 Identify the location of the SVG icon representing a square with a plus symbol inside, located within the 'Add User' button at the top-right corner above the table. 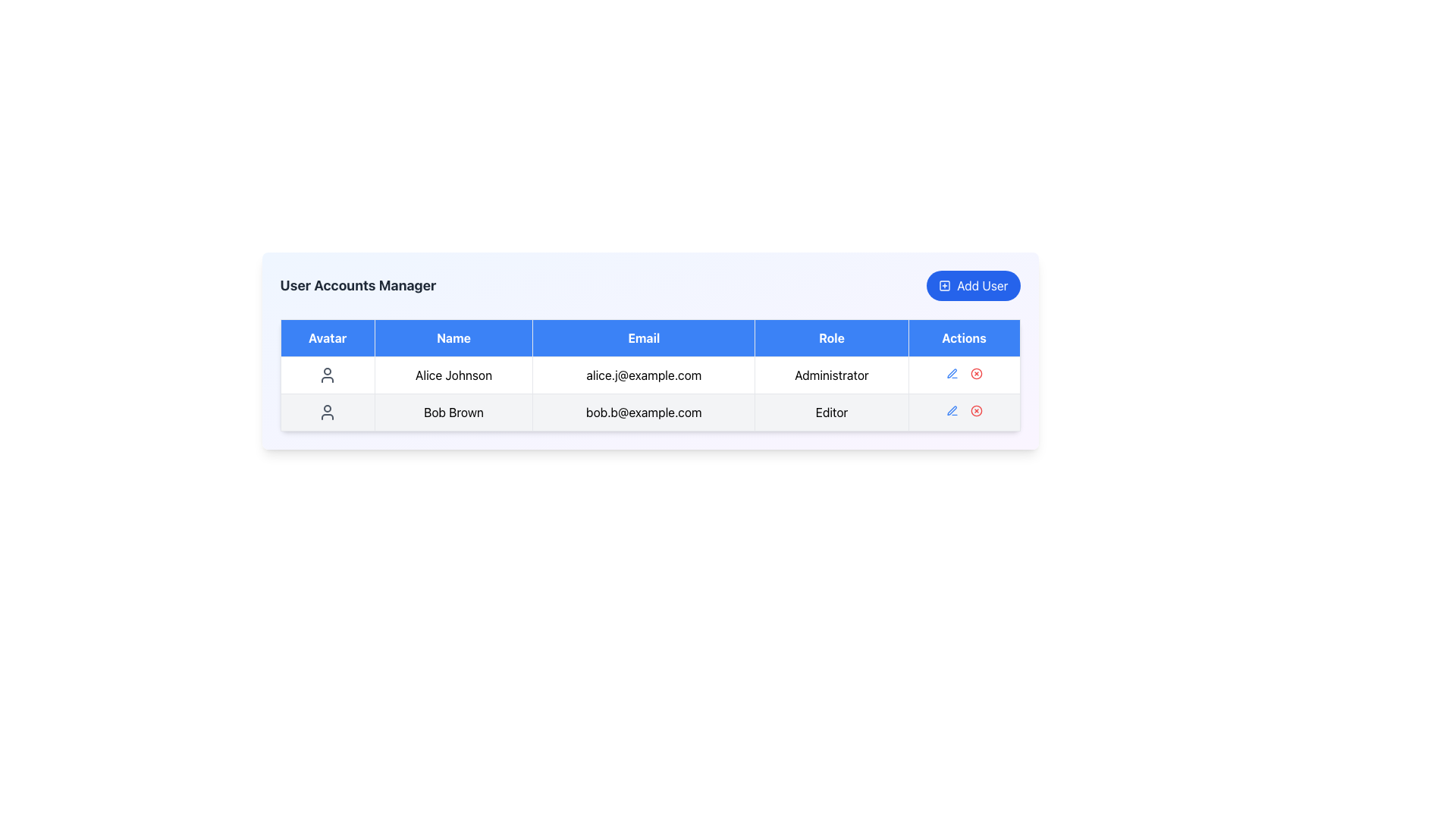
(944, 286).